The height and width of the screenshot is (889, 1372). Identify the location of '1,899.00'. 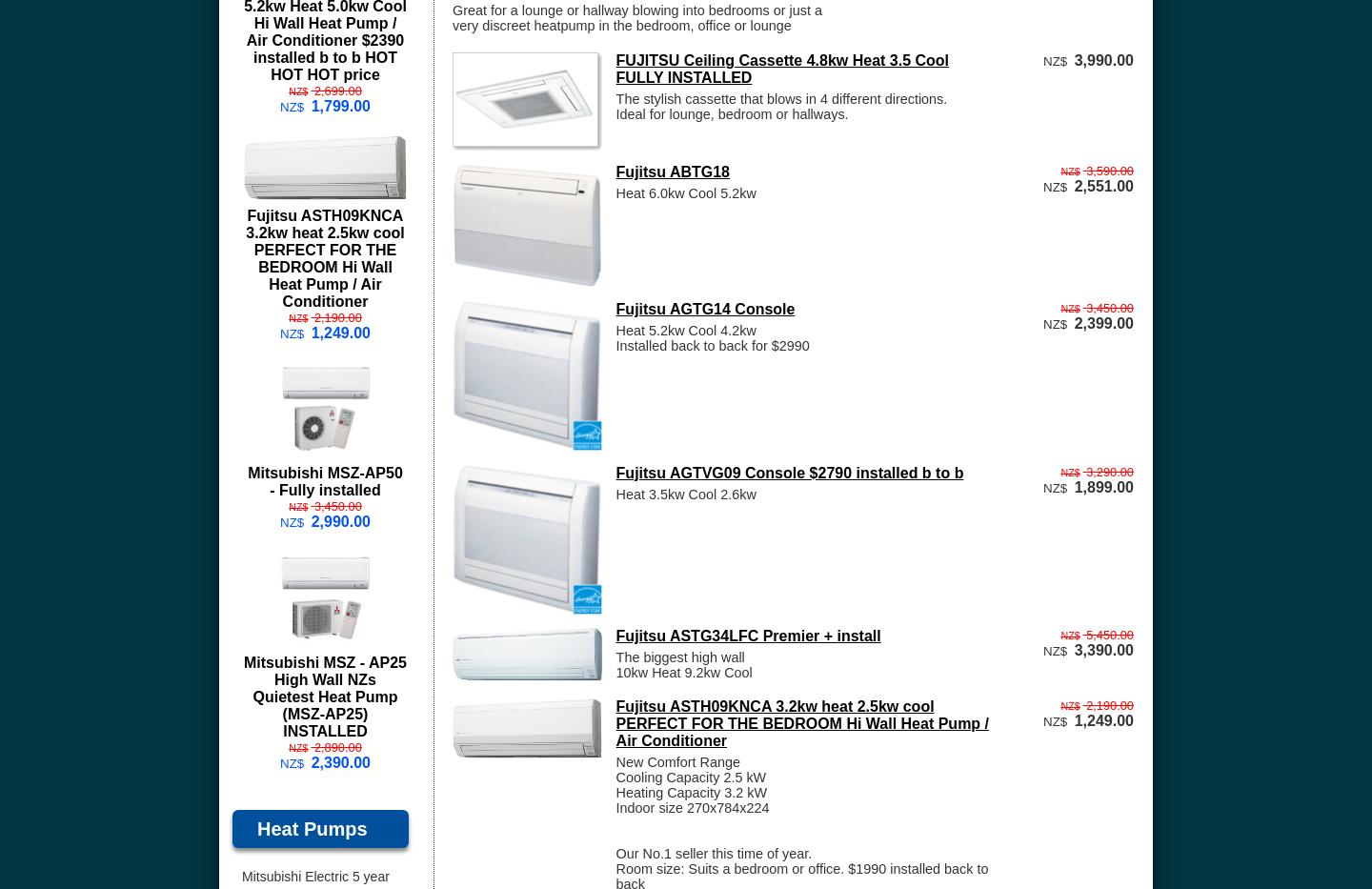
(1103, 486).